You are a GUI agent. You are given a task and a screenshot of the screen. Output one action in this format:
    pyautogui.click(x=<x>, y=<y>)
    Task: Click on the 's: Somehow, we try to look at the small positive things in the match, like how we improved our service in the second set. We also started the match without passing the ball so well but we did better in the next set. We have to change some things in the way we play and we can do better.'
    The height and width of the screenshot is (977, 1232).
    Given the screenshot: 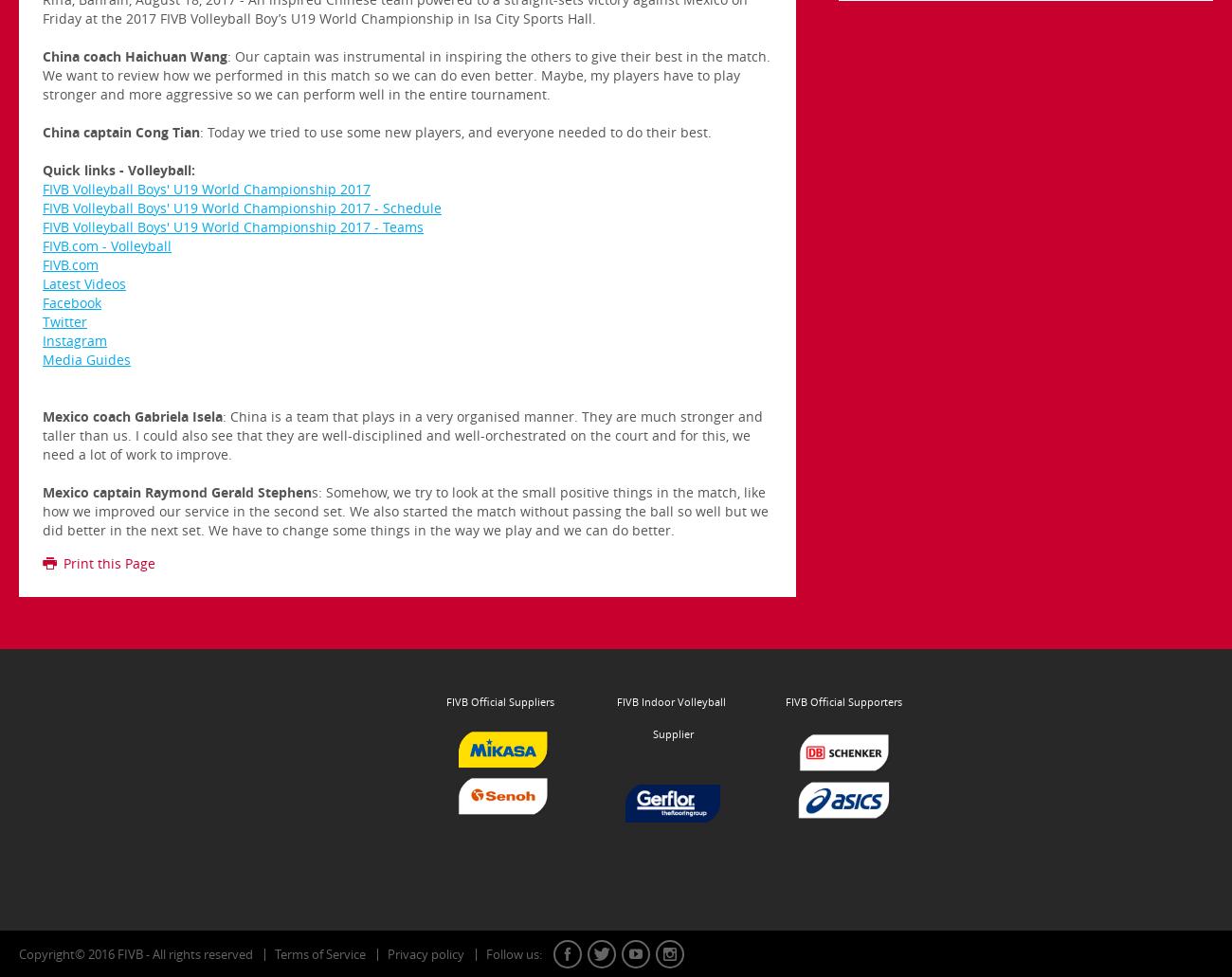 What is the action you would take?
    pyautogui.click(x=405, y=510)
    